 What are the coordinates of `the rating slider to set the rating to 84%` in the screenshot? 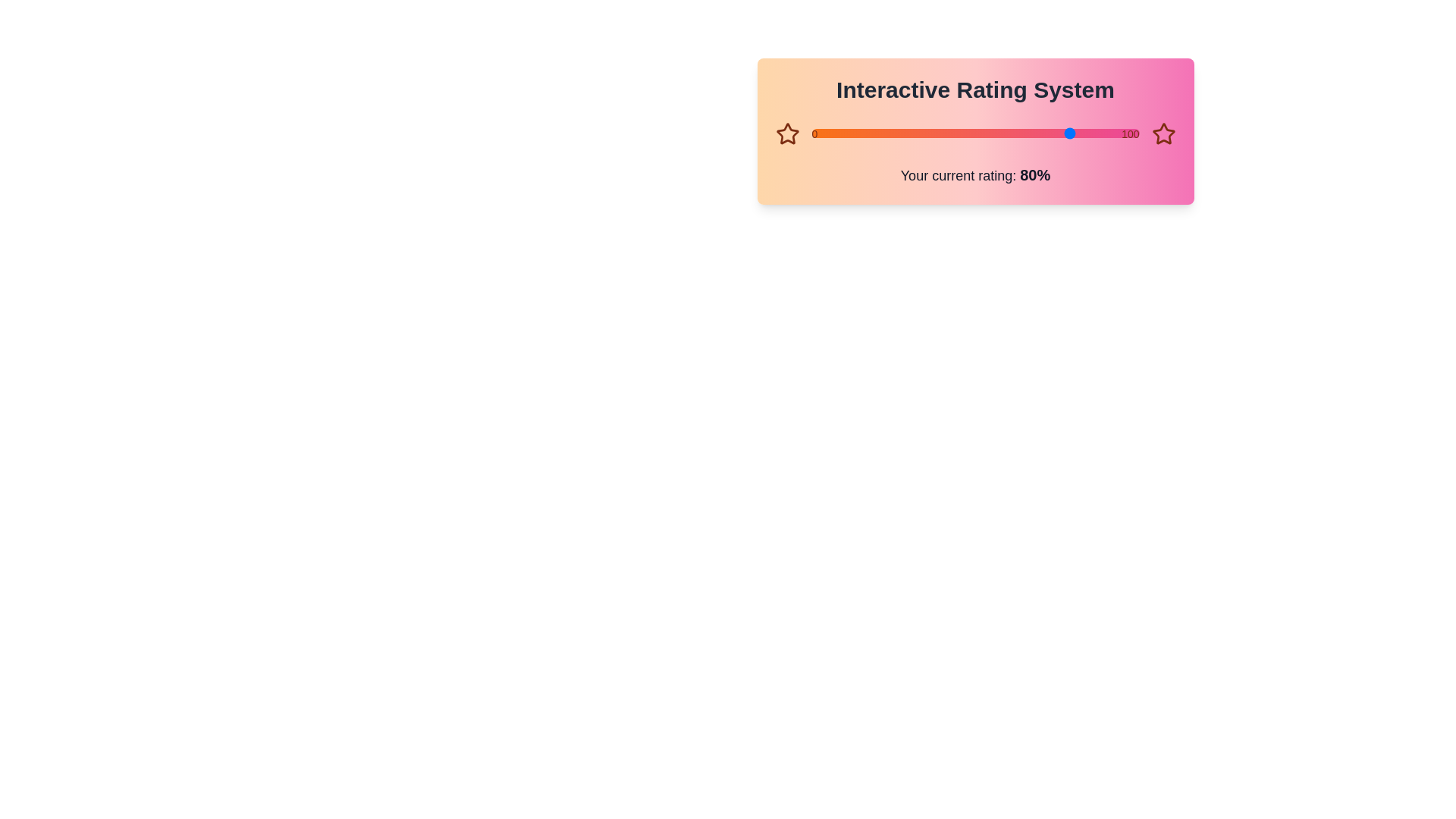 It's located at (1086, 133).